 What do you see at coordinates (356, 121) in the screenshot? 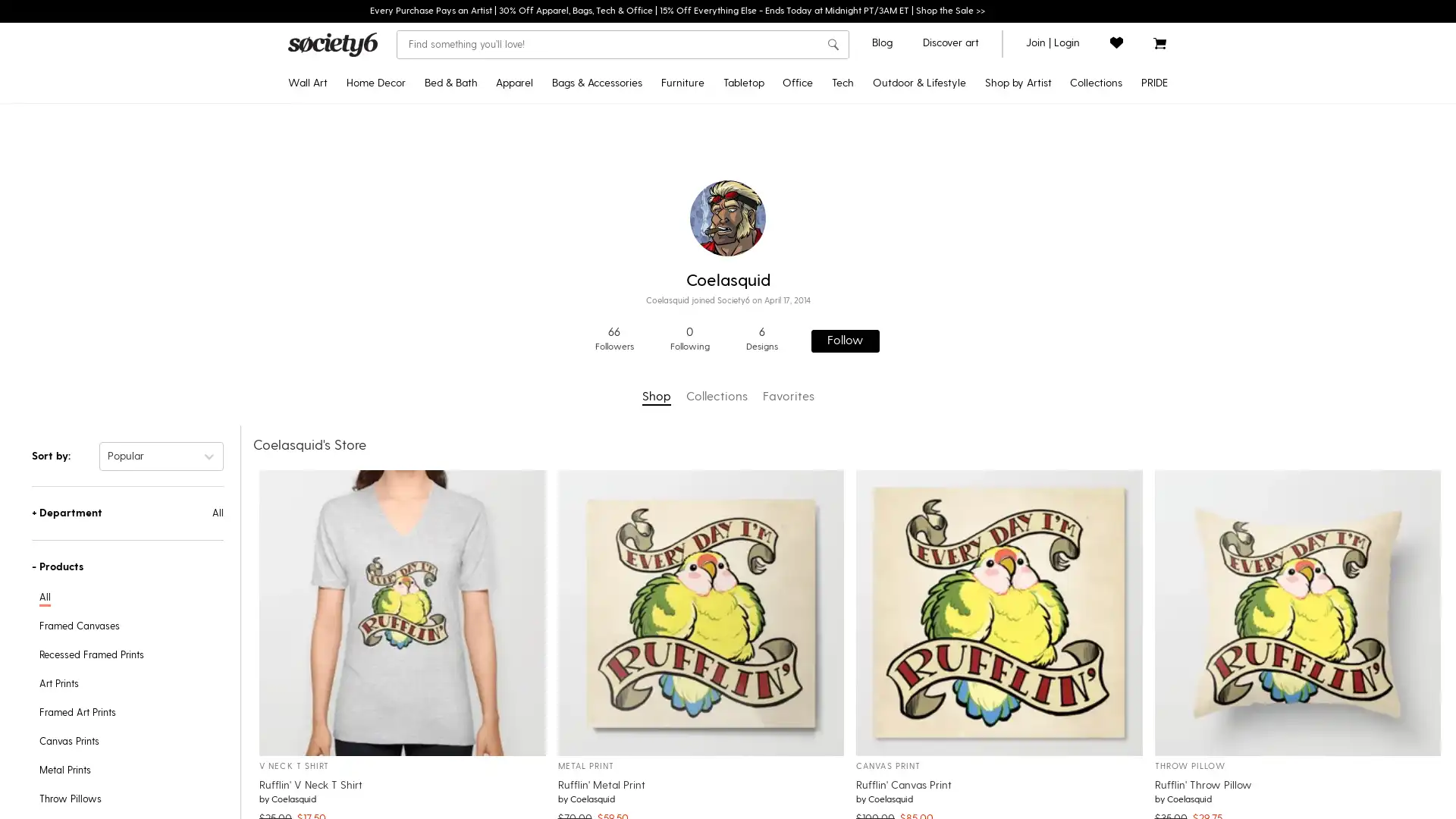
I see `Art Prints` at bounding box center [356, 121].